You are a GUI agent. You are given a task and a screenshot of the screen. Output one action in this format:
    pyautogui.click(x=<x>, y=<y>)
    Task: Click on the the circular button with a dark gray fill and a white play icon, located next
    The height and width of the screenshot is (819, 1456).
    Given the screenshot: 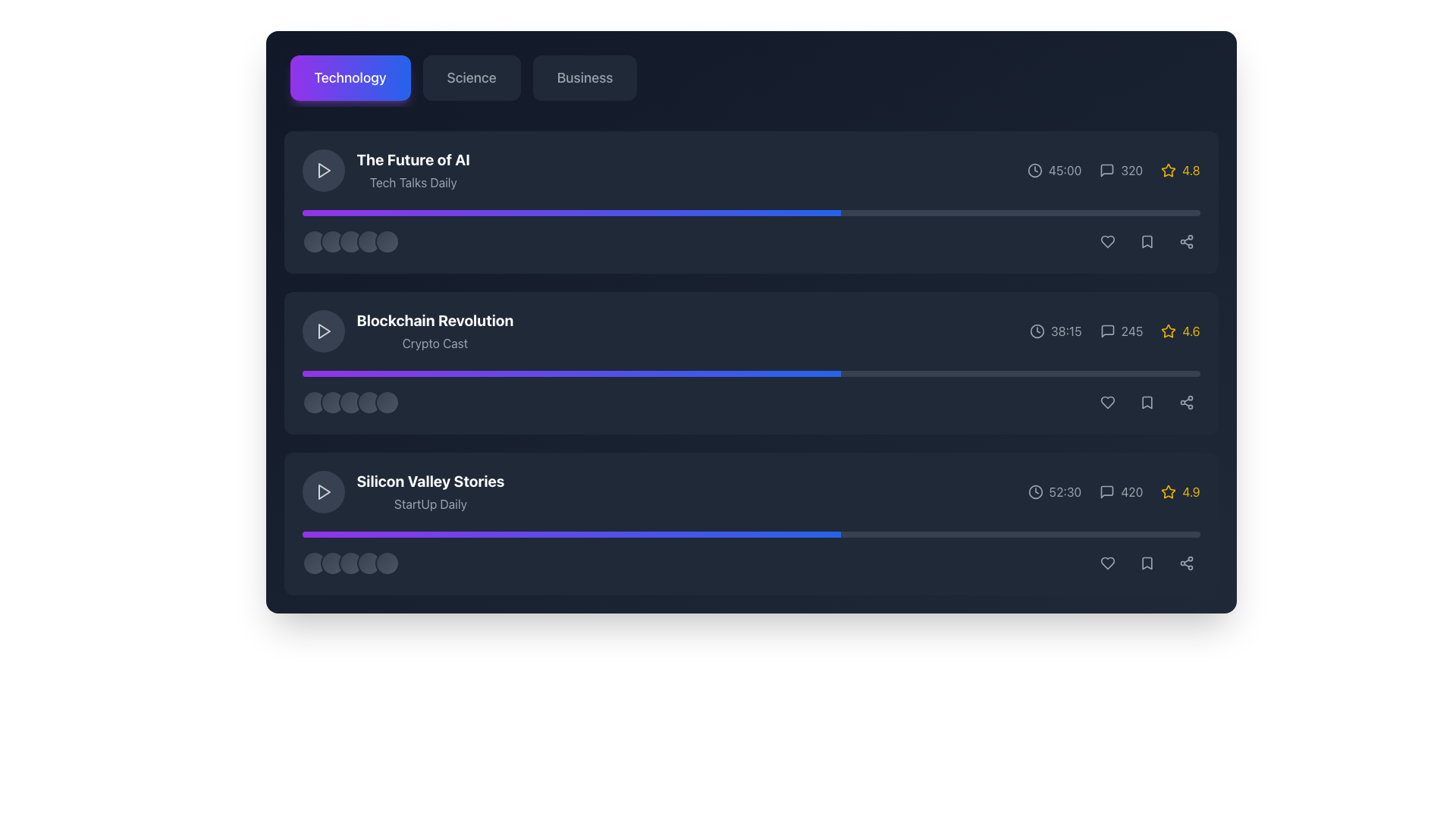 What is the action you would take?
    pyautogui.click(x=322, y=170)
    